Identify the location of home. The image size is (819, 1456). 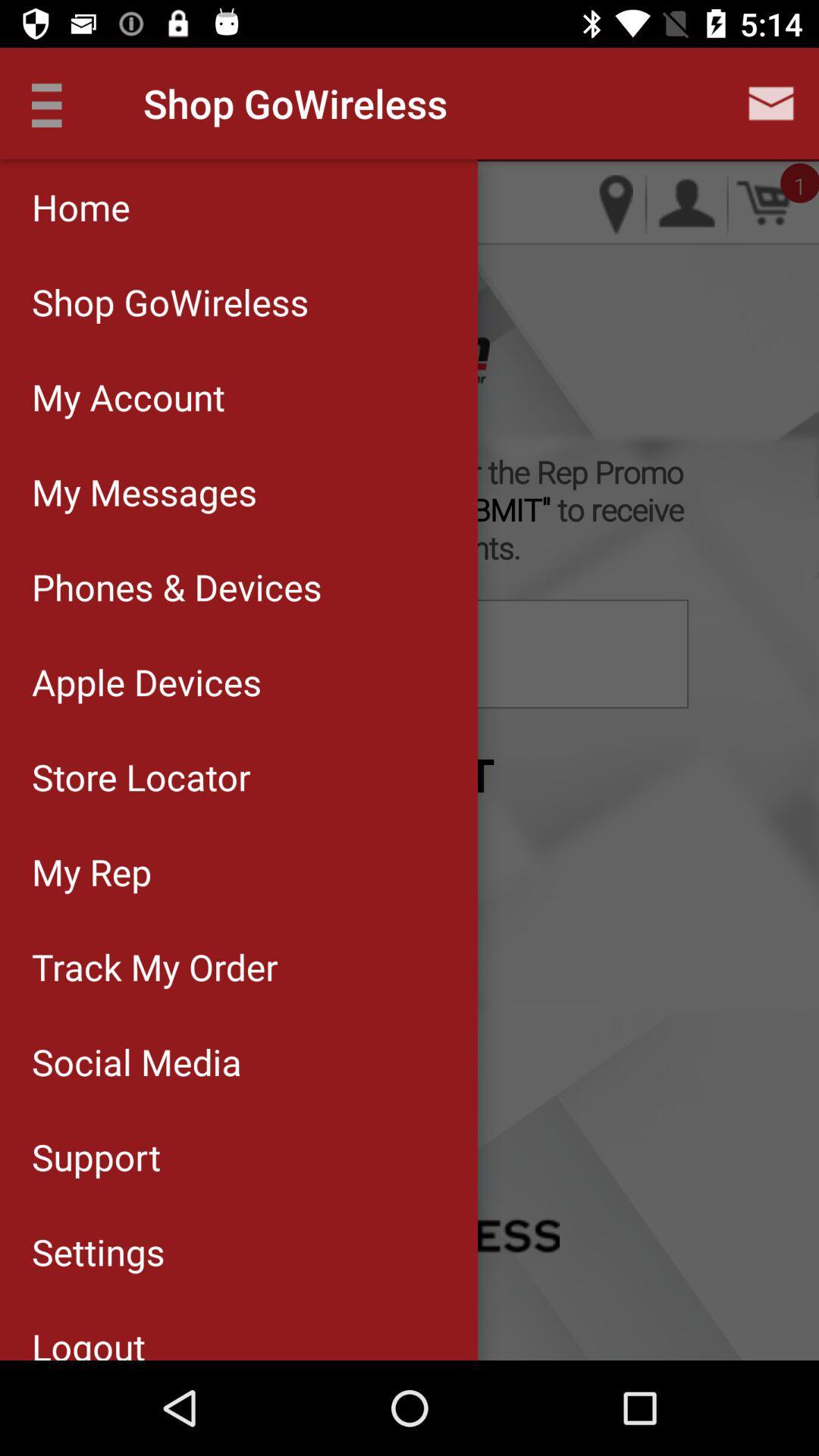
(239, 206).